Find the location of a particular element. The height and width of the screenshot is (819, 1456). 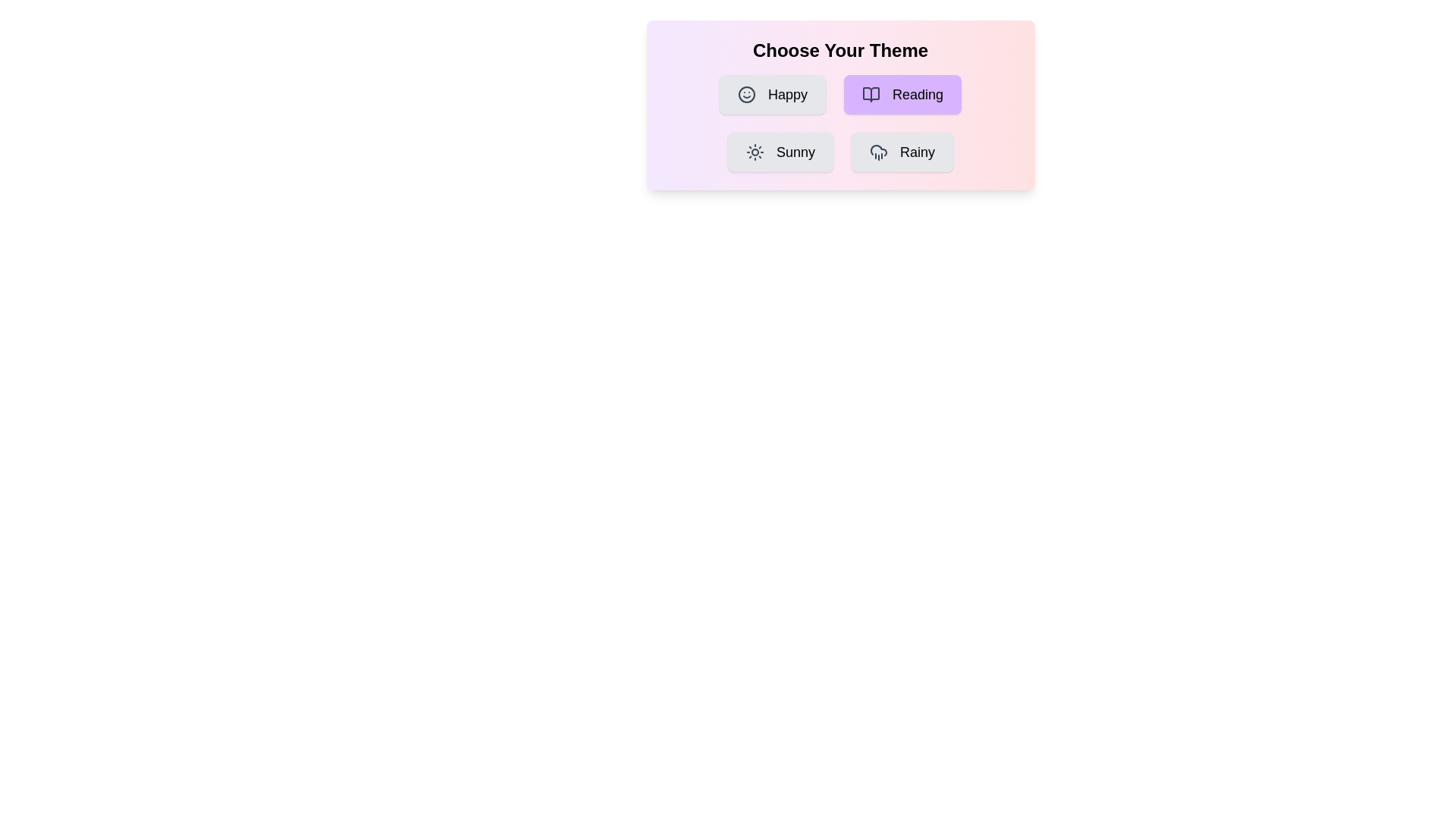

the theme Happy by clicking on its button is located at coordinates (772, 94).